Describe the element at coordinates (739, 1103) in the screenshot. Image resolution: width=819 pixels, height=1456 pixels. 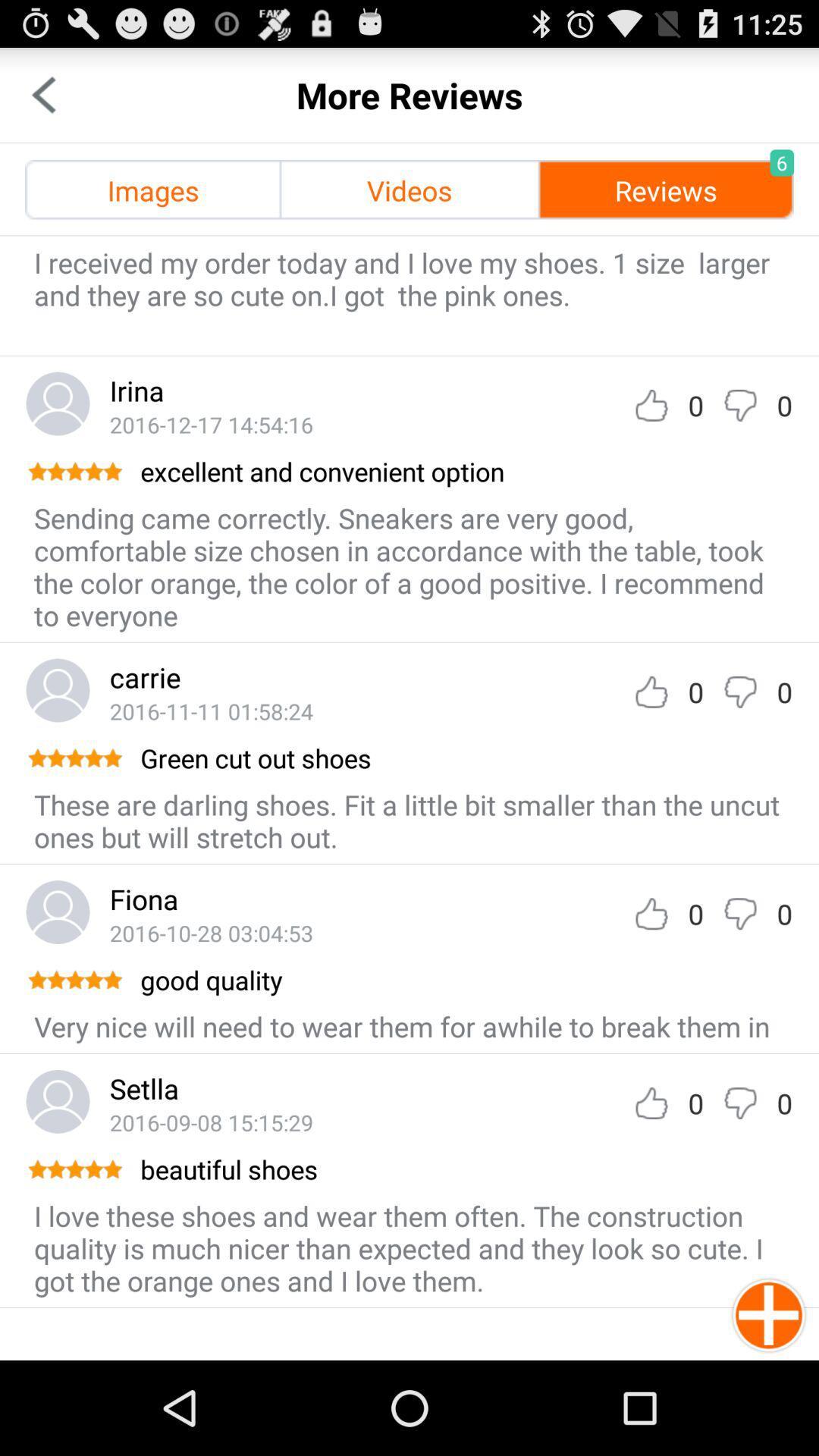
I see `down-vote` at that location.